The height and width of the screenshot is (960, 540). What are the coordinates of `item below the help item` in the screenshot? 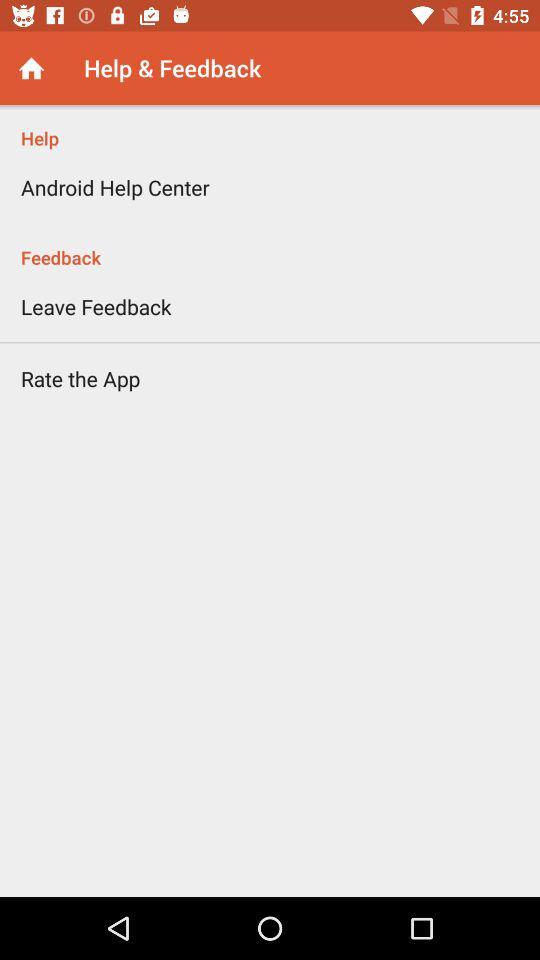 It's located at (115, 187).